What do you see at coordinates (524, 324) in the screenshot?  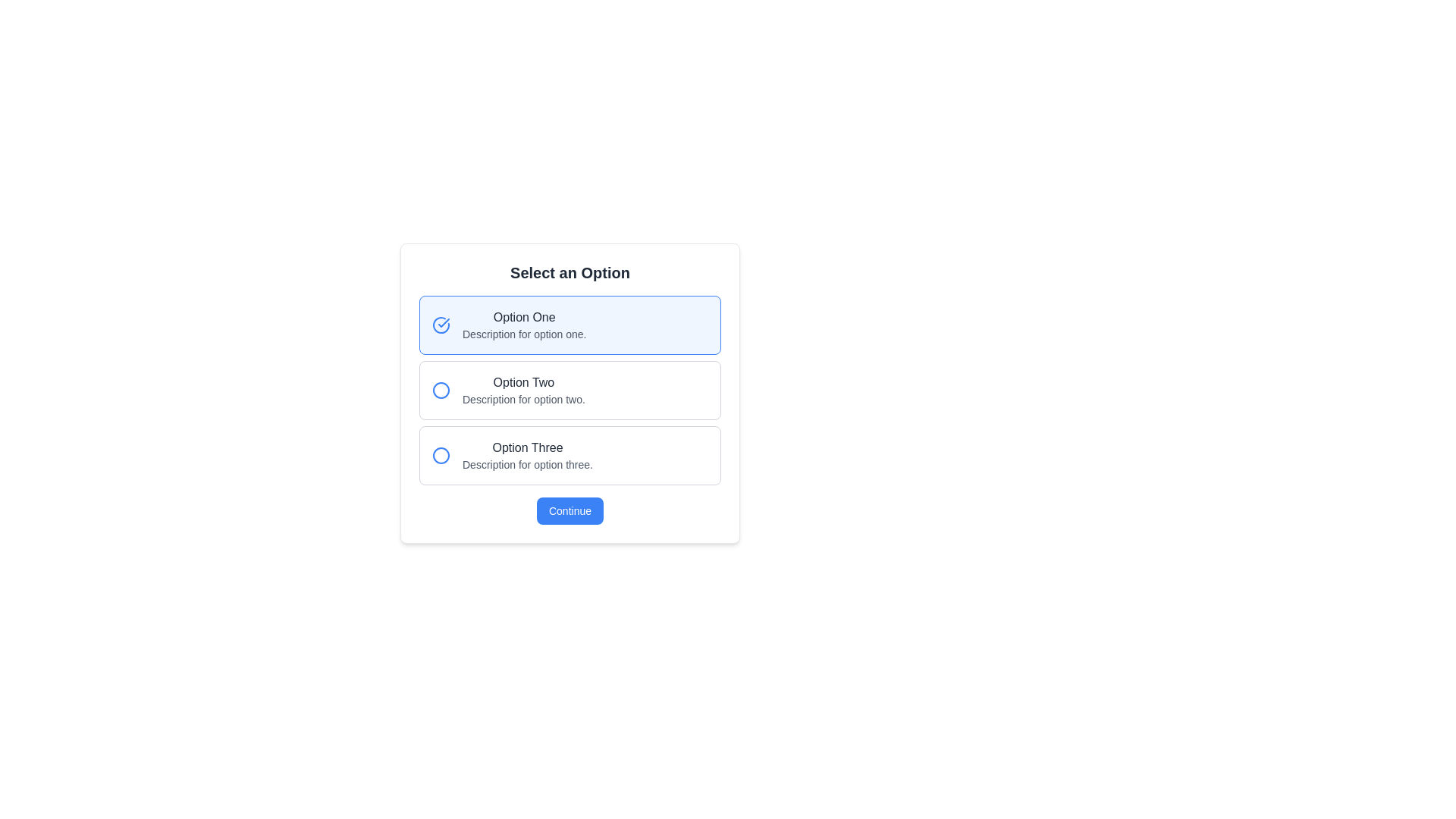 I see `the first selectable option` at bounding box center [524, 324].